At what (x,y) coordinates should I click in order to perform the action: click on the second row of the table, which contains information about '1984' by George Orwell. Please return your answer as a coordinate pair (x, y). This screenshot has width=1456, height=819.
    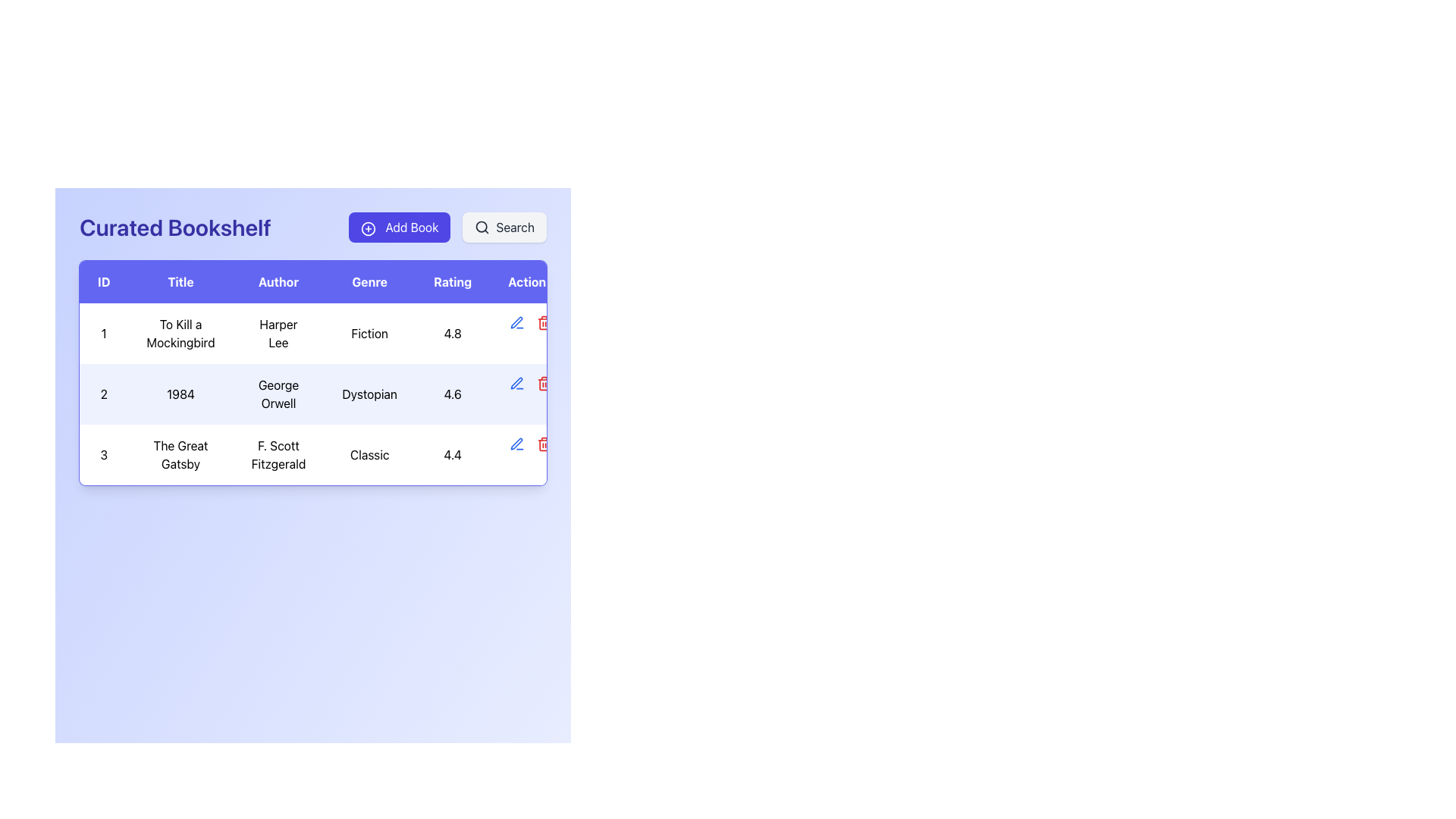
    Looking at the image, I should click on (324, 394).